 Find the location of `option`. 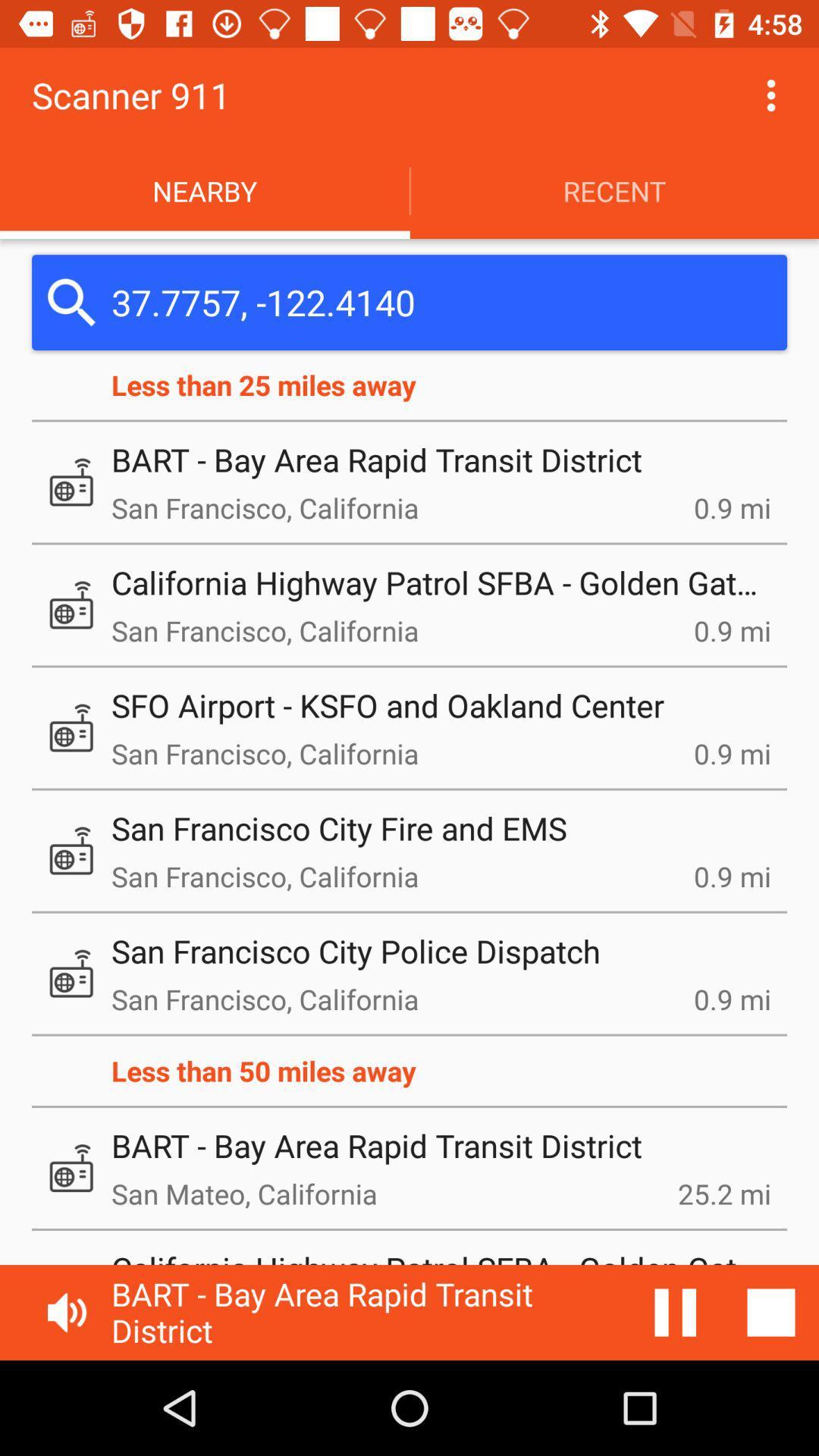

option is located at coordinates (771, 94).